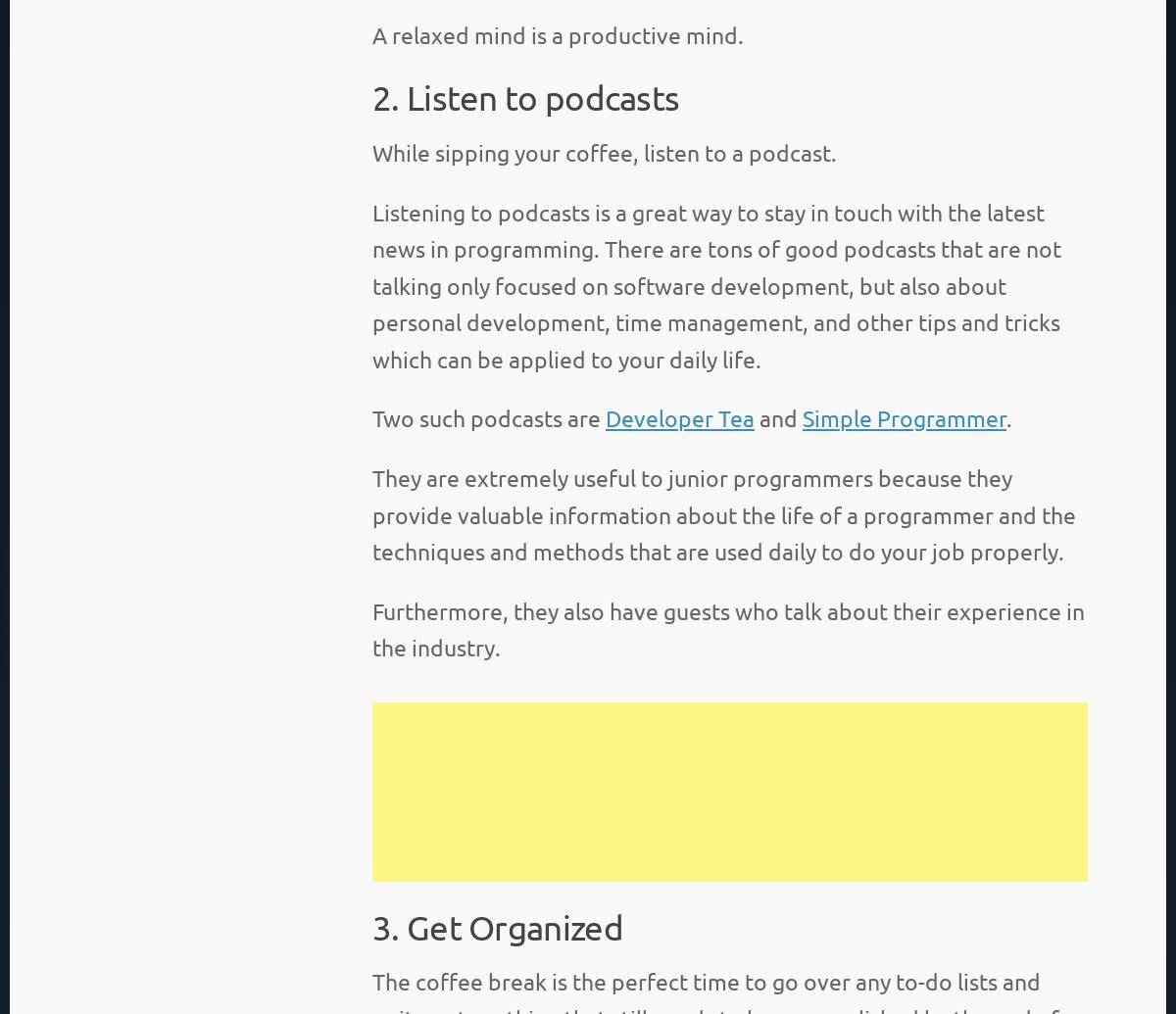 The image size is (1176, 1014). I want to click on 'They are extremely useful to junior programmers because they provide valuable information about the life of a programmer and the techniques and methods that are used daily to do your job properly.', so click(723, 512).